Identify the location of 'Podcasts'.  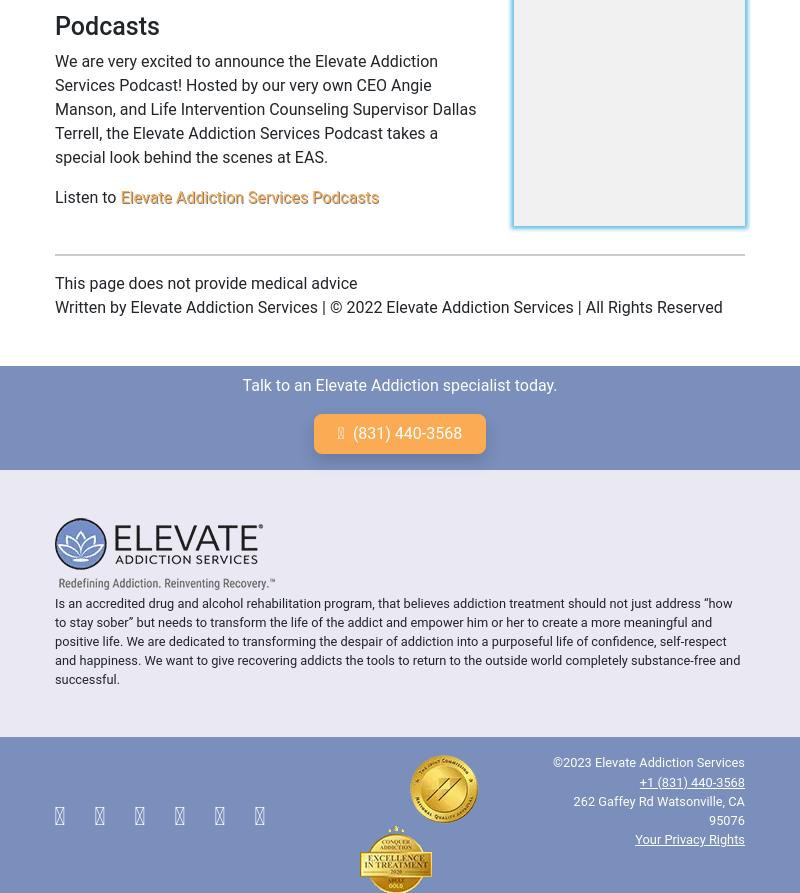
(106, 25).